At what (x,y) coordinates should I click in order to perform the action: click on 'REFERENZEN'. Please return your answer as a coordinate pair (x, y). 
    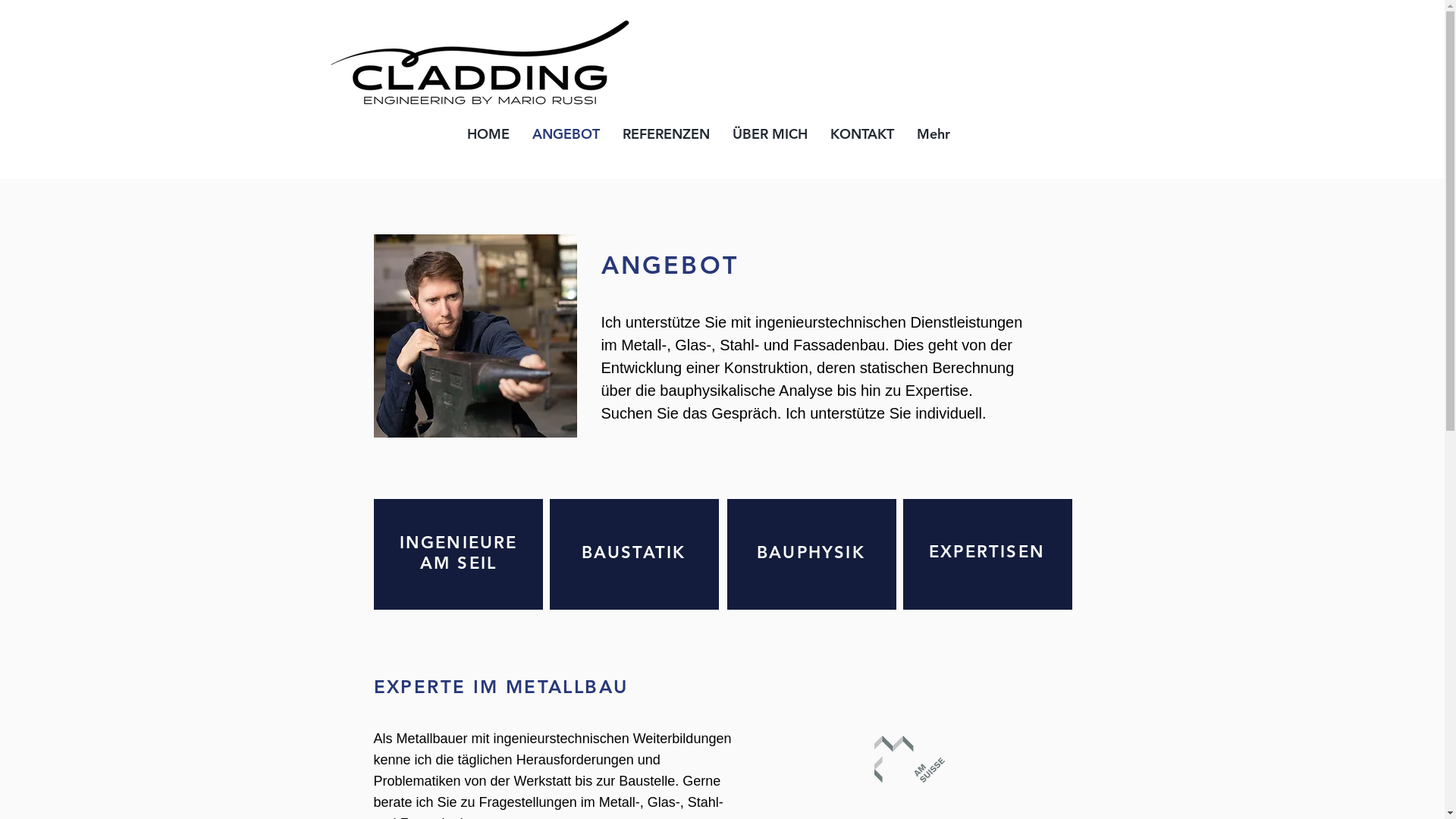
    Looking at the image, I should click on (666, 140).